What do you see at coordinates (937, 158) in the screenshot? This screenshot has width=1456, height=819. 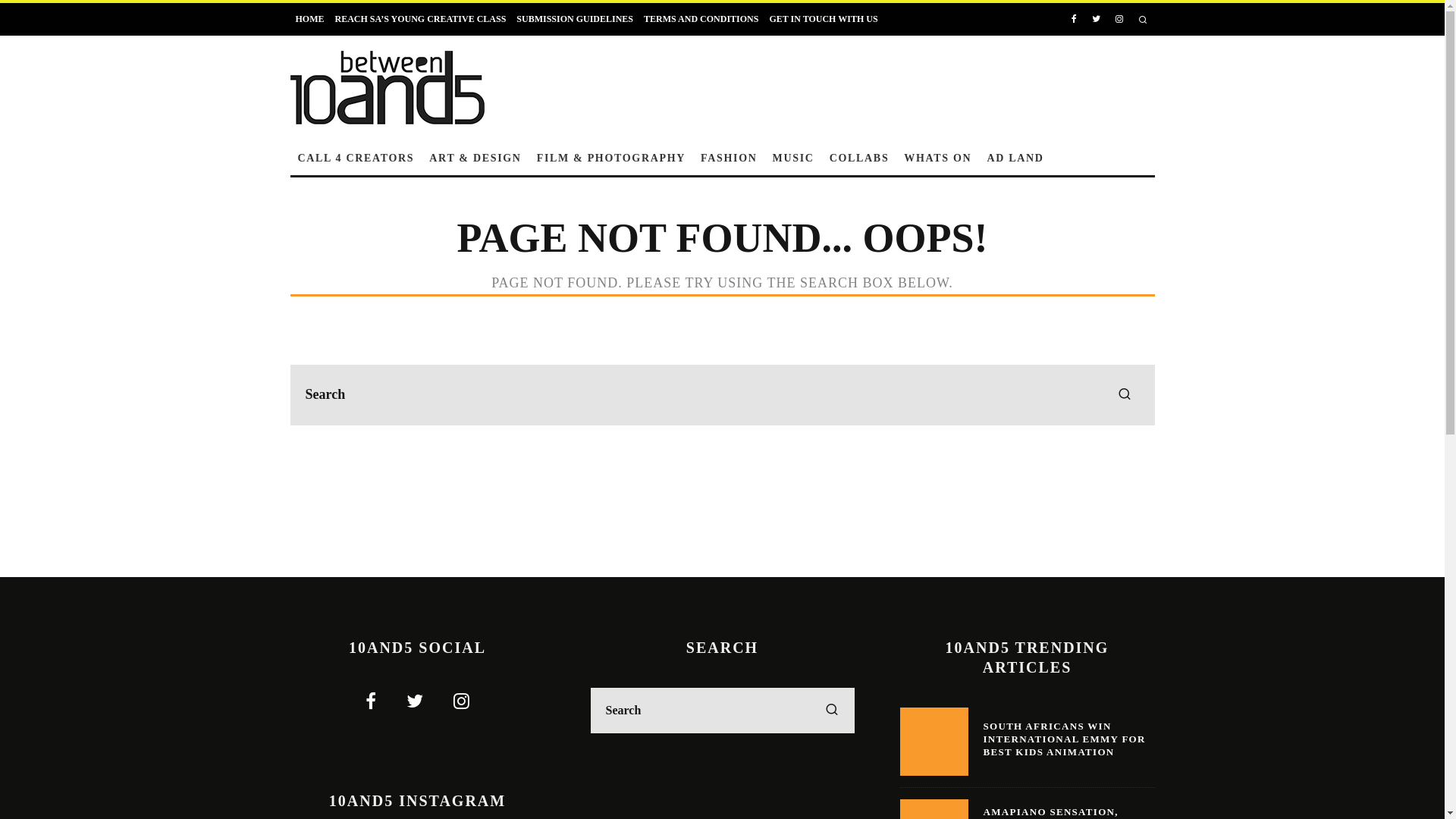 I see `'WHATS ON'` at bounding box center [937, 158].